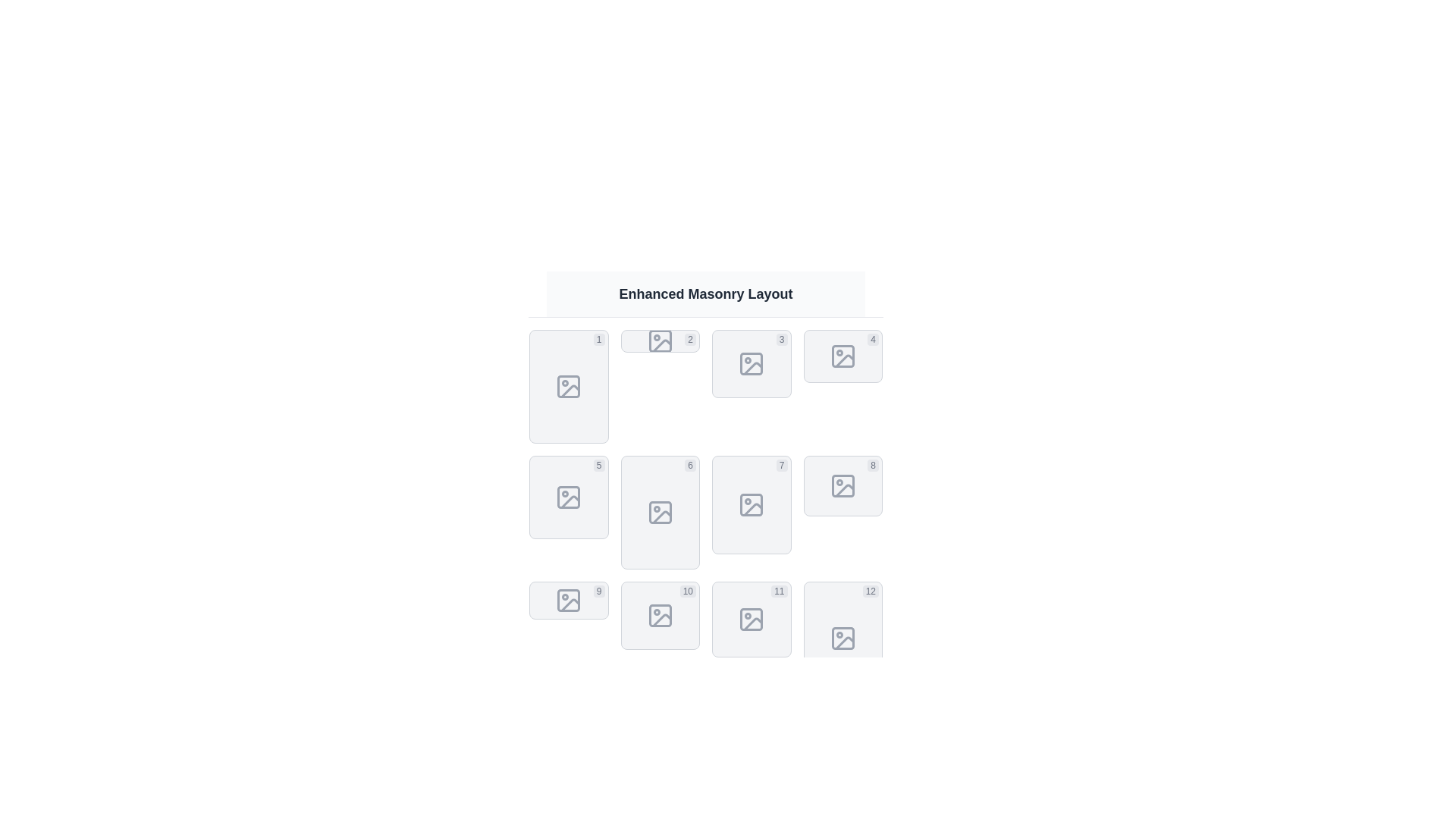  Describe the element at coordinates (752, 363) in the screenshot. I see `and drop the photograph icon located in the third image card of the first row` at that location.